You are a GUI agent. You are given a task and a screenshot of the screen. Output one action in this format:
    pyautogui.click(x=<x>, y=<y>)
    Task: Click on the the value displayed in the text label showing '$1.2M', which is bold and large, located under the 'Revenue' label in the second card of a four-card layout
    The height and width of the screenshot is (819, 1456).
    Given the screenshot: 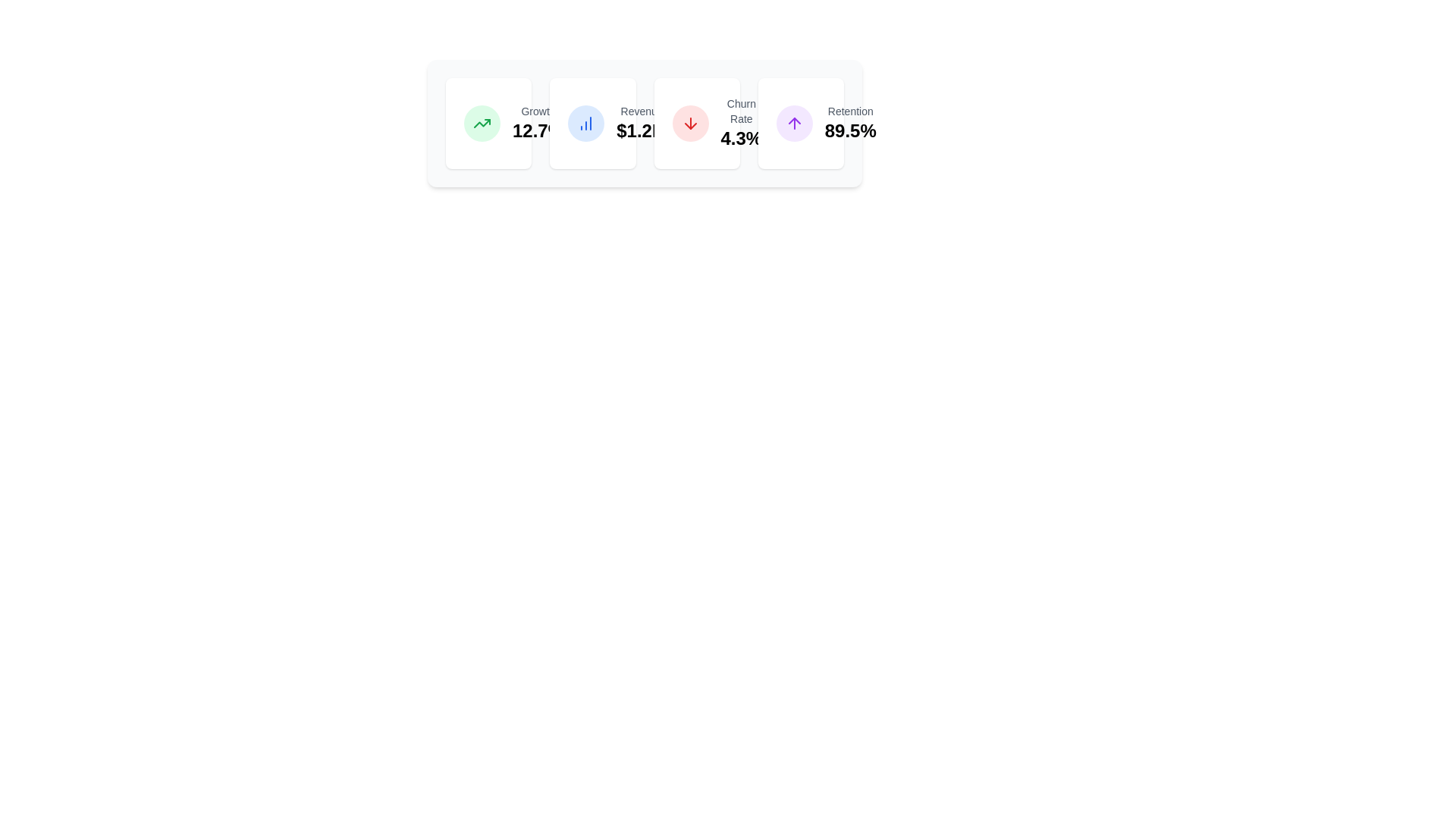 What is the action you would take?
    pyautogui.click(x=642, y=130)
    